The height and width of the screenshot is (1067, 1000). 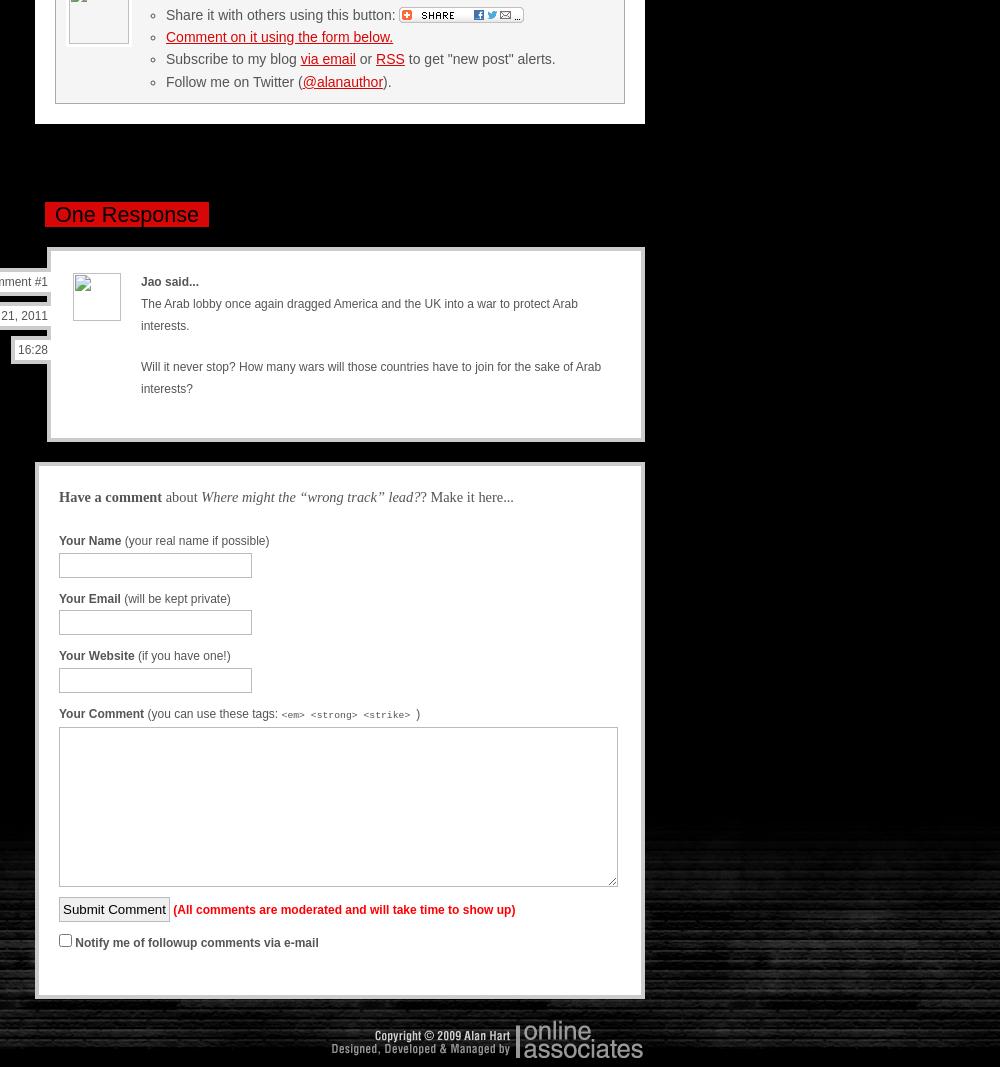 I want to click on 'Have a comment', so click(x=109, y=496).